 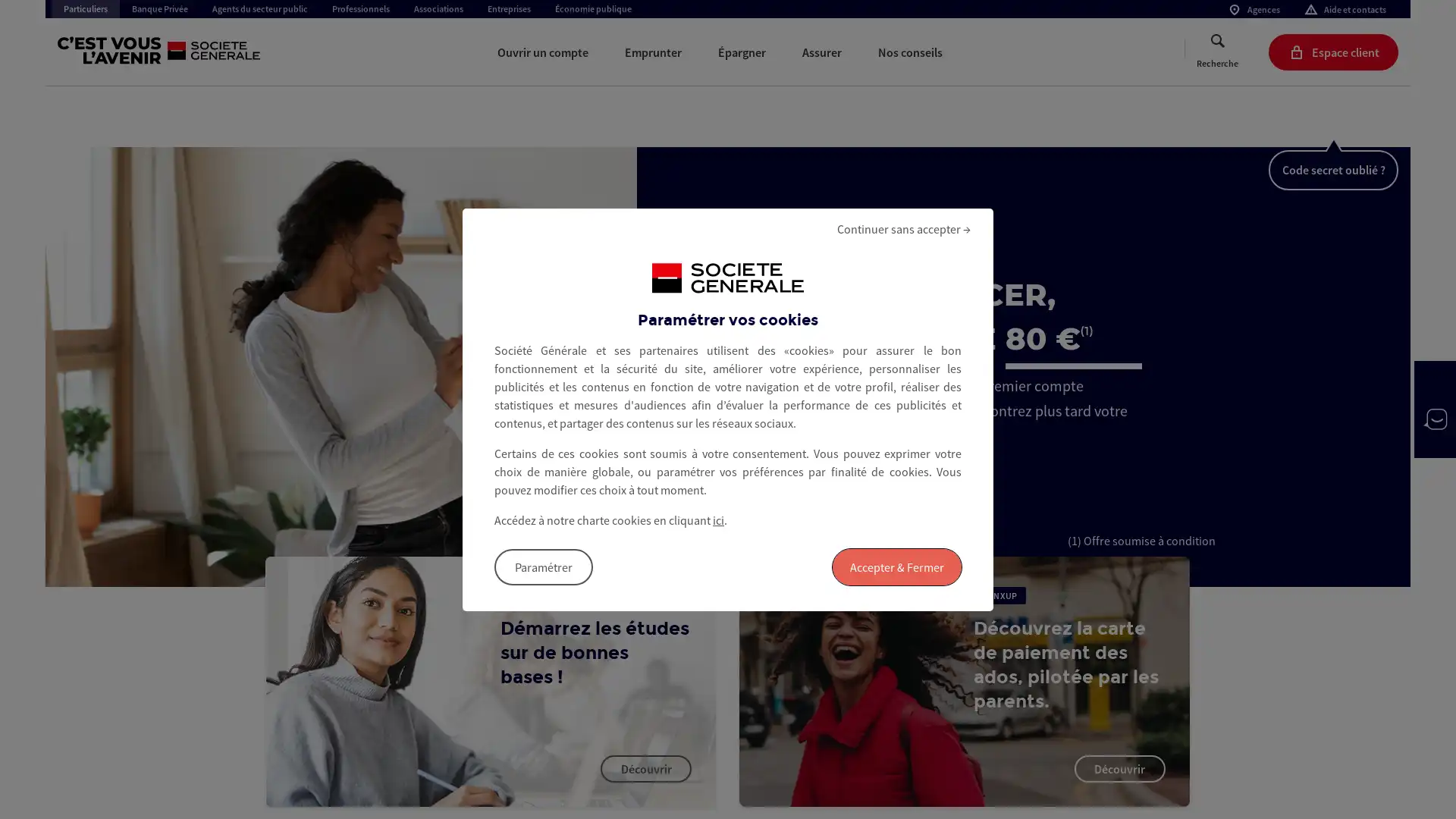 I want to click on Accepter & Fermer, so click(x=896, y=566).